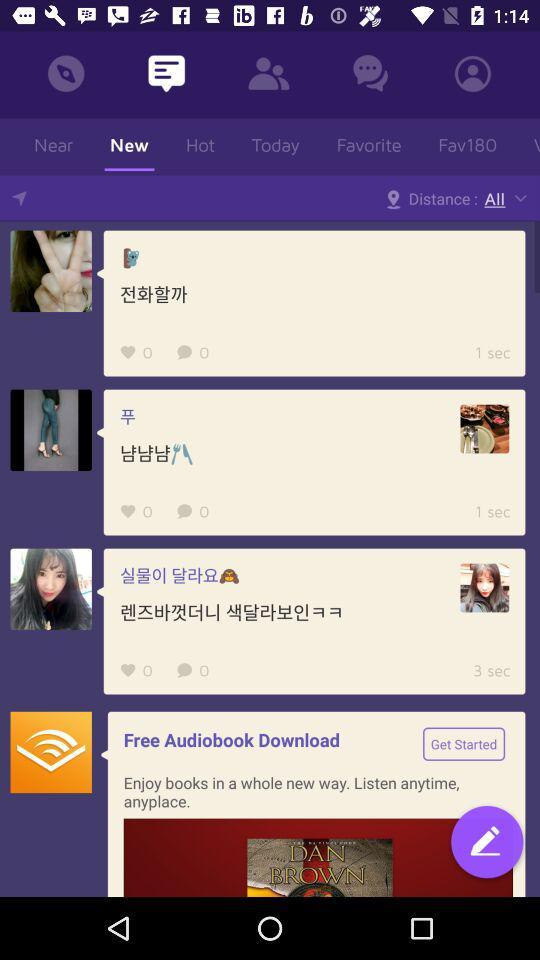 The width and height of the screenshot is (540, 960). I want to click on the edit icon, so click(486, 843).